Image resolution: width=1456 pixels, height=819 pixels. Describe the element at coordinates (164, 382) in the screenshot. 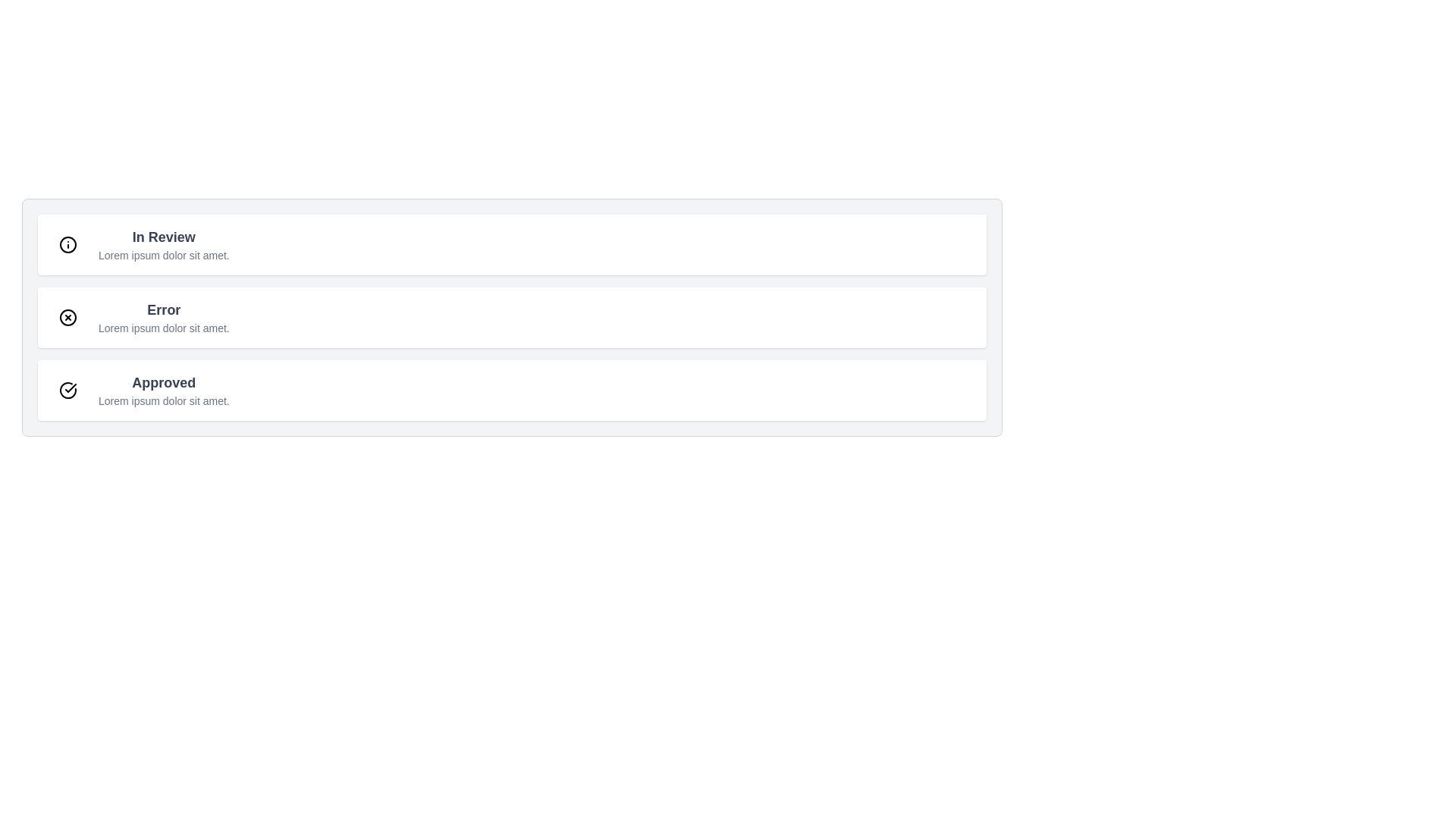

I see `the static text label indicating the status 'Approved' in the list of approval statuses, which is positioned on the third row and aligned to the left` at that location.